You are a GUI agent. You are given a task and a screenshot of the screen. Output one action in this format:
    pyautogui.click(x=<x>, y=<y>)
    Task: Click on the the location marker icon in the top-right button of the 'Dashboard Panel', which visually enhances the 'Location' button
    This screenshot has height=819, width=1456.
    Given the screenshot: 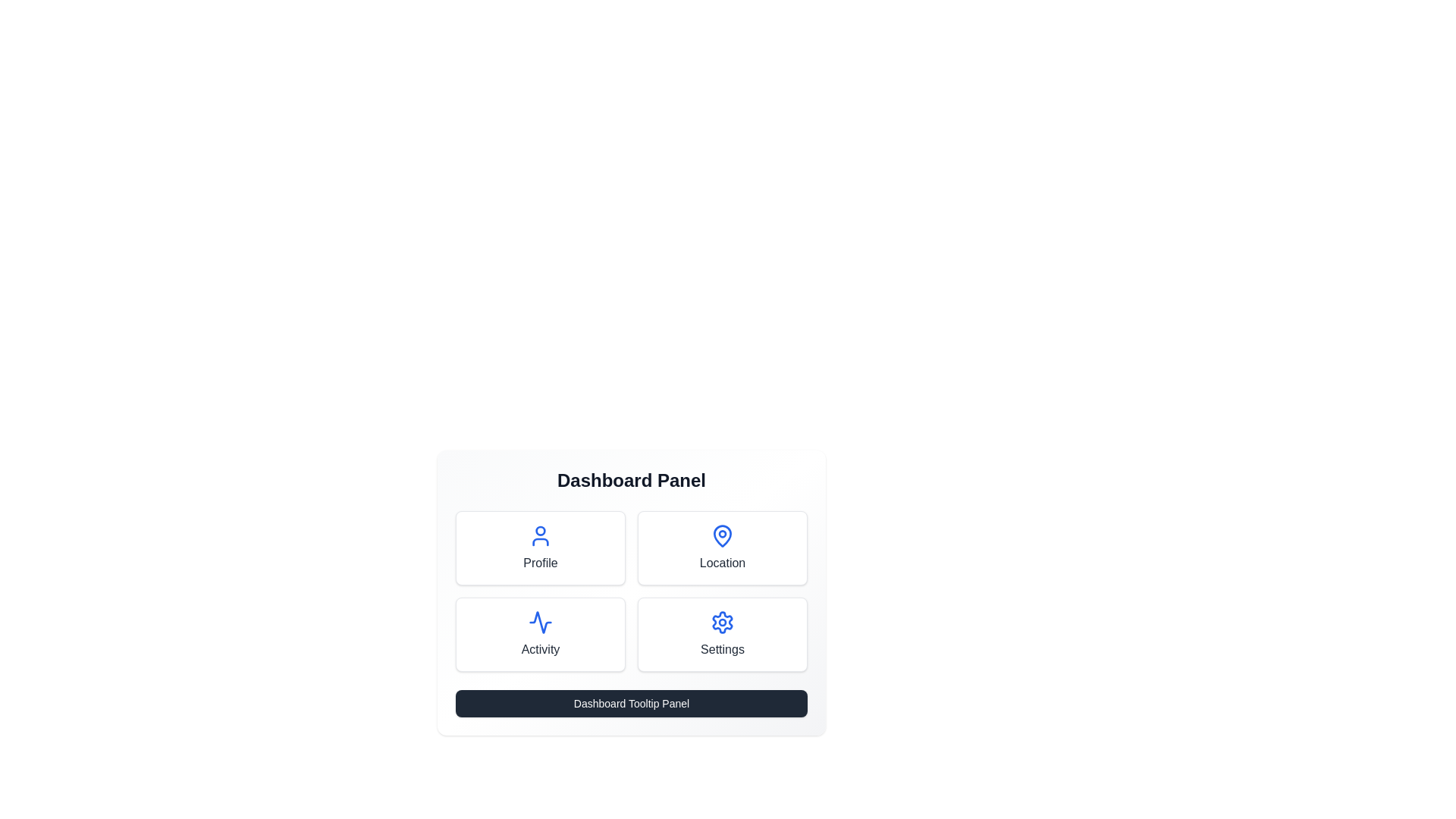 What is the action you would take?
    pyautogui.click(x=722, y=535)
    